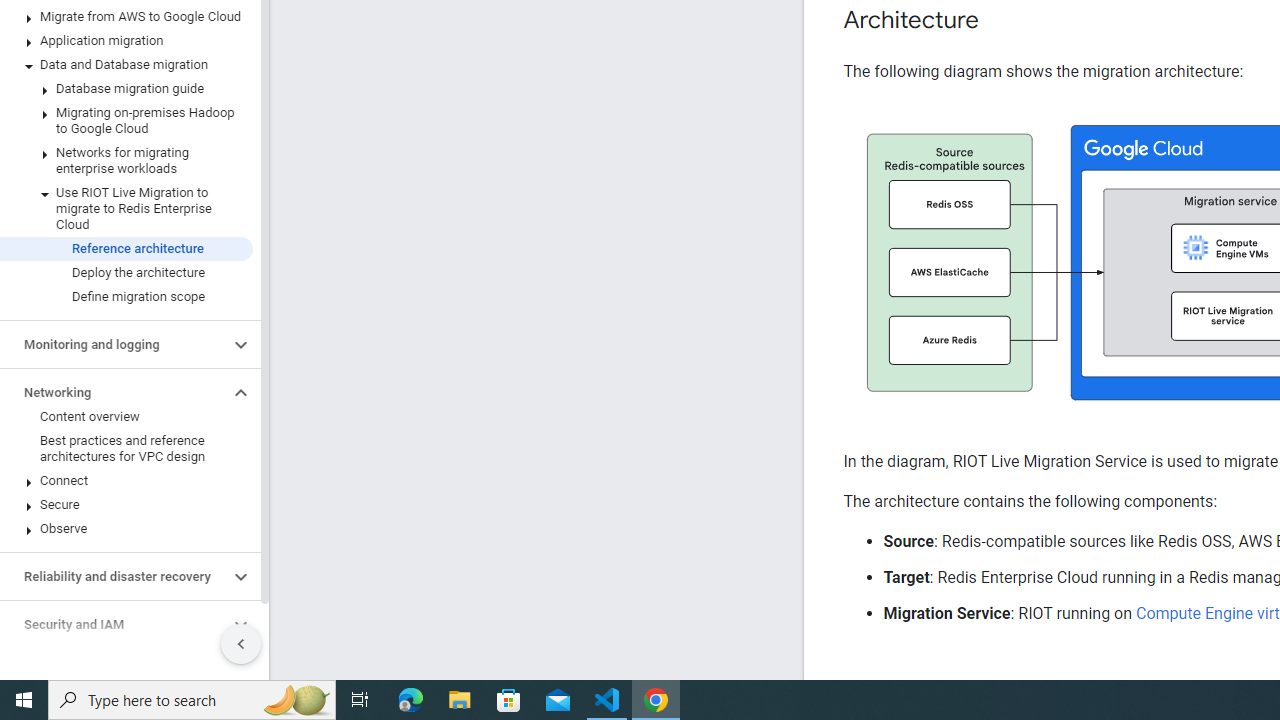  Describe the element at coordinates (125, 504) in the screenshot. I see `'Secure'` at that location.